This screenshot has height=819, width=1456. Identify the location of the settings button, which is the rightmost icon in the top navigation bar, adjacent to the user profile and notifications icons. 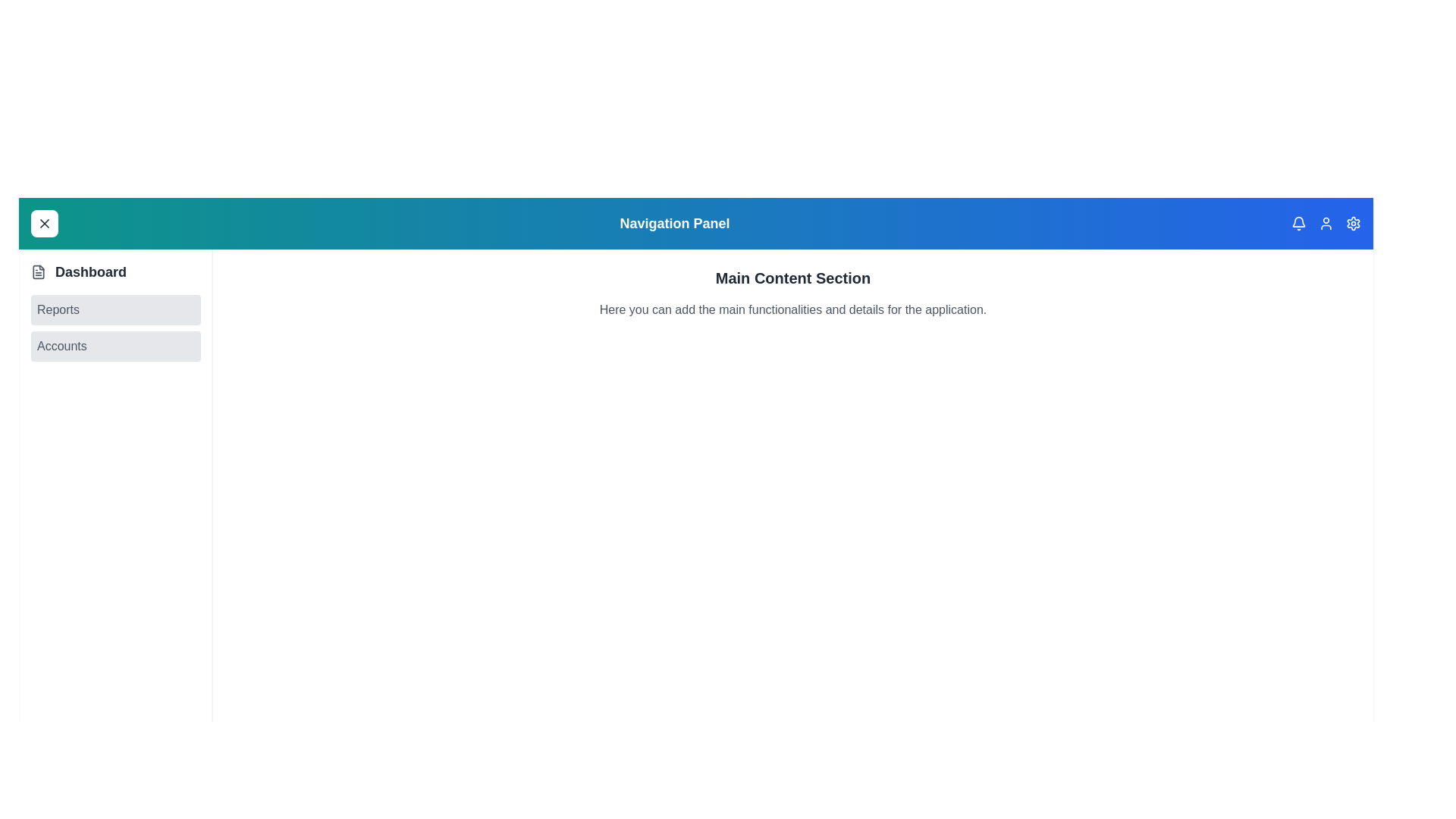
(1354, 223).